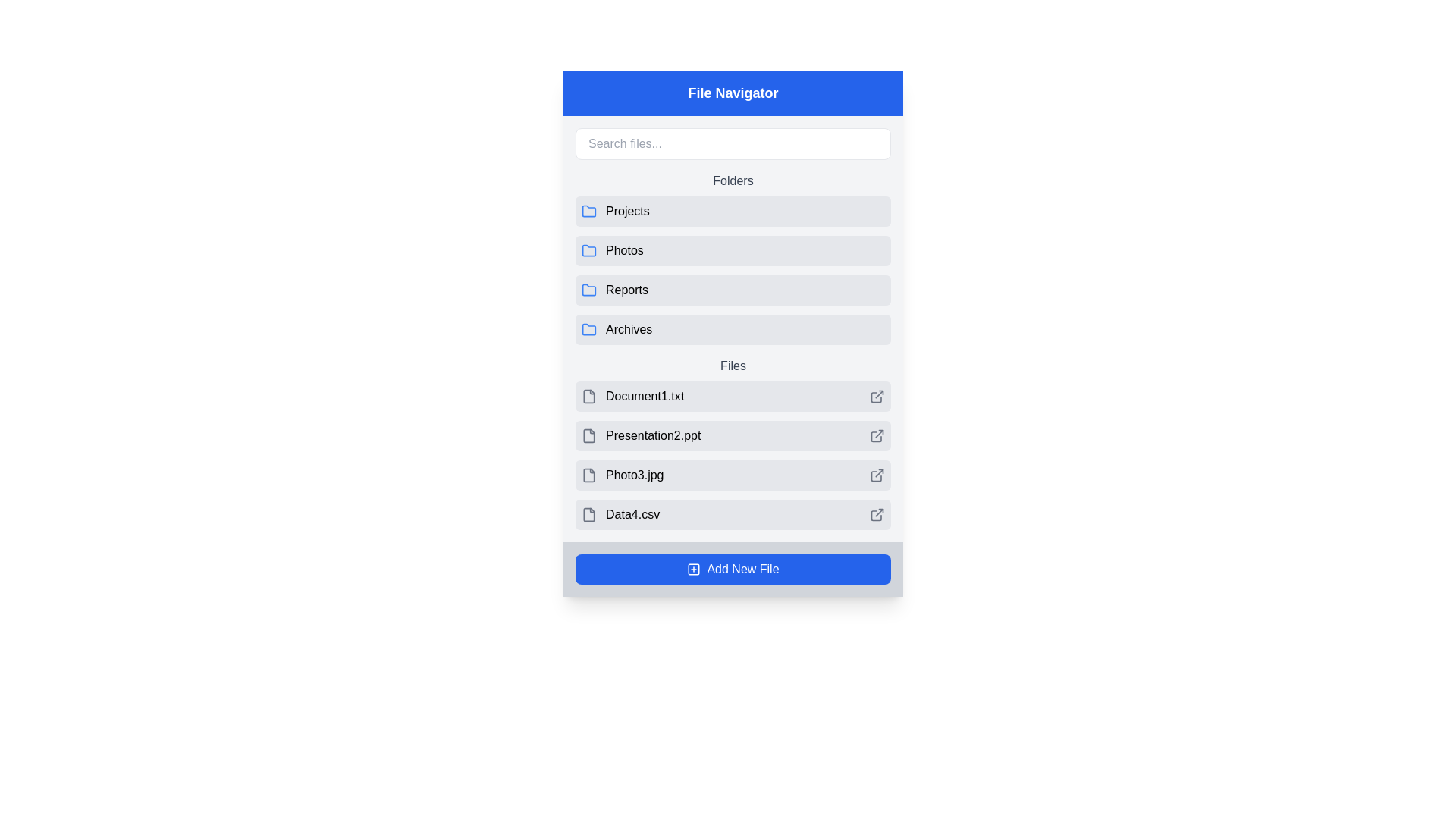  Describe the element at coordinates (879, 434) in the screenshot. I see `the external link icon button located in the 'Files' section next to the 'Presentation2.ppt' file name` at that location.